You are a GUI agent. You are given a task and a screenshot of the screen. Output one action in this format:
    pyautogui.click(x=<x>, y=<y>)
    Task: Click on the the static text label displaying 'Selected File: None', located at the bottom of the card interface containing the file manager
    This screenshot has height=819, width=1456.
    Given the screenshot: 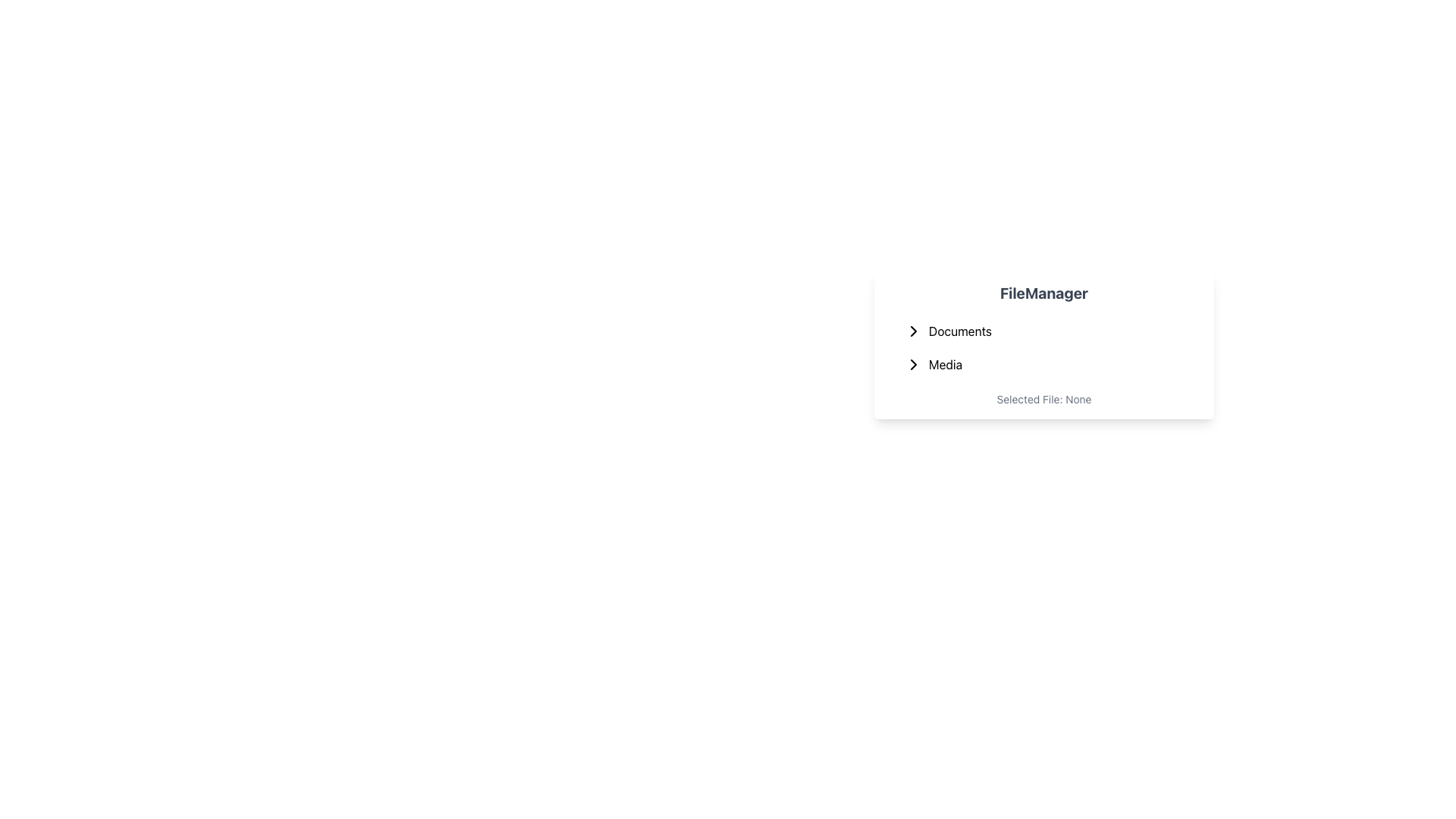 What is the action you would take?
    pyautogui.click(x=1043, y=399)
    